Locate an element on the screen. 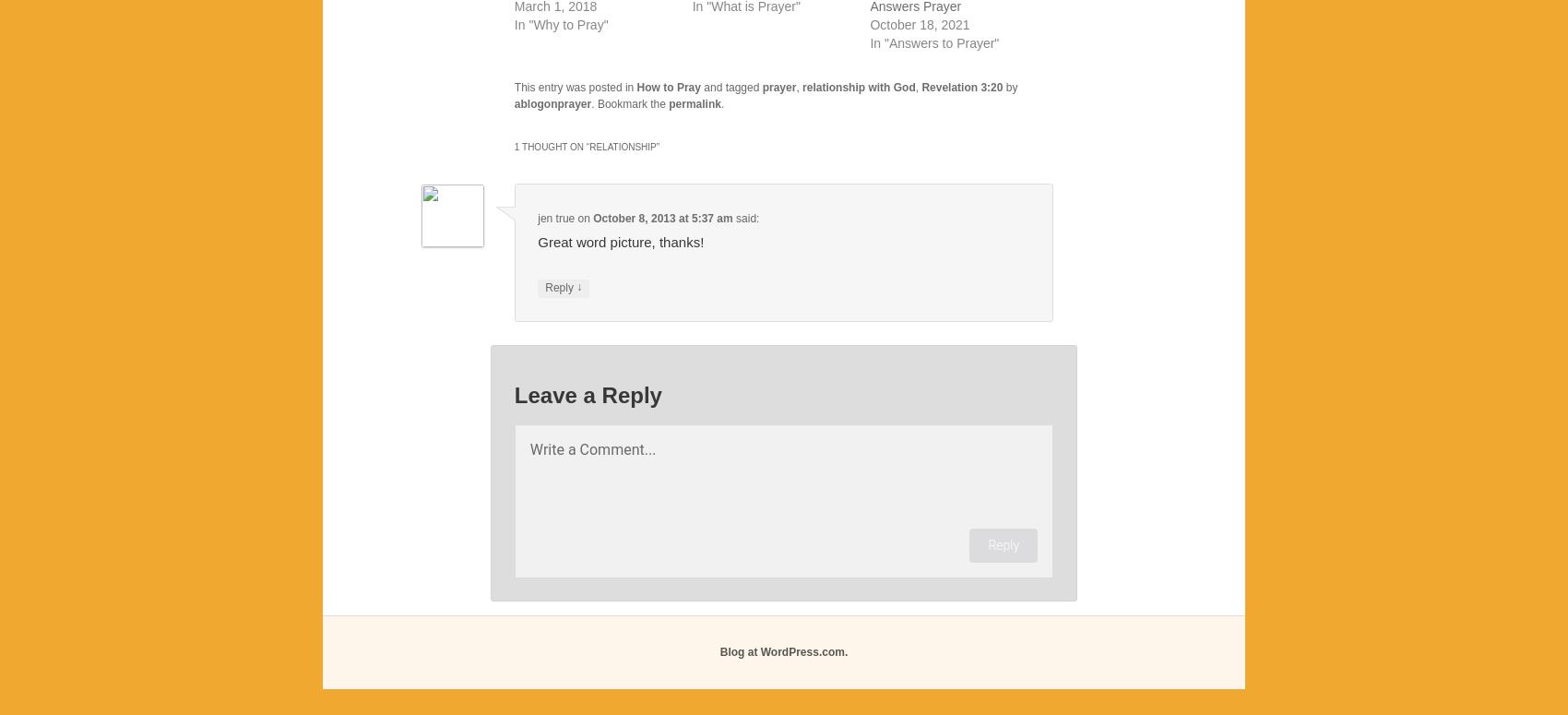  'relationship with God' is located at coordinates (858, 88).